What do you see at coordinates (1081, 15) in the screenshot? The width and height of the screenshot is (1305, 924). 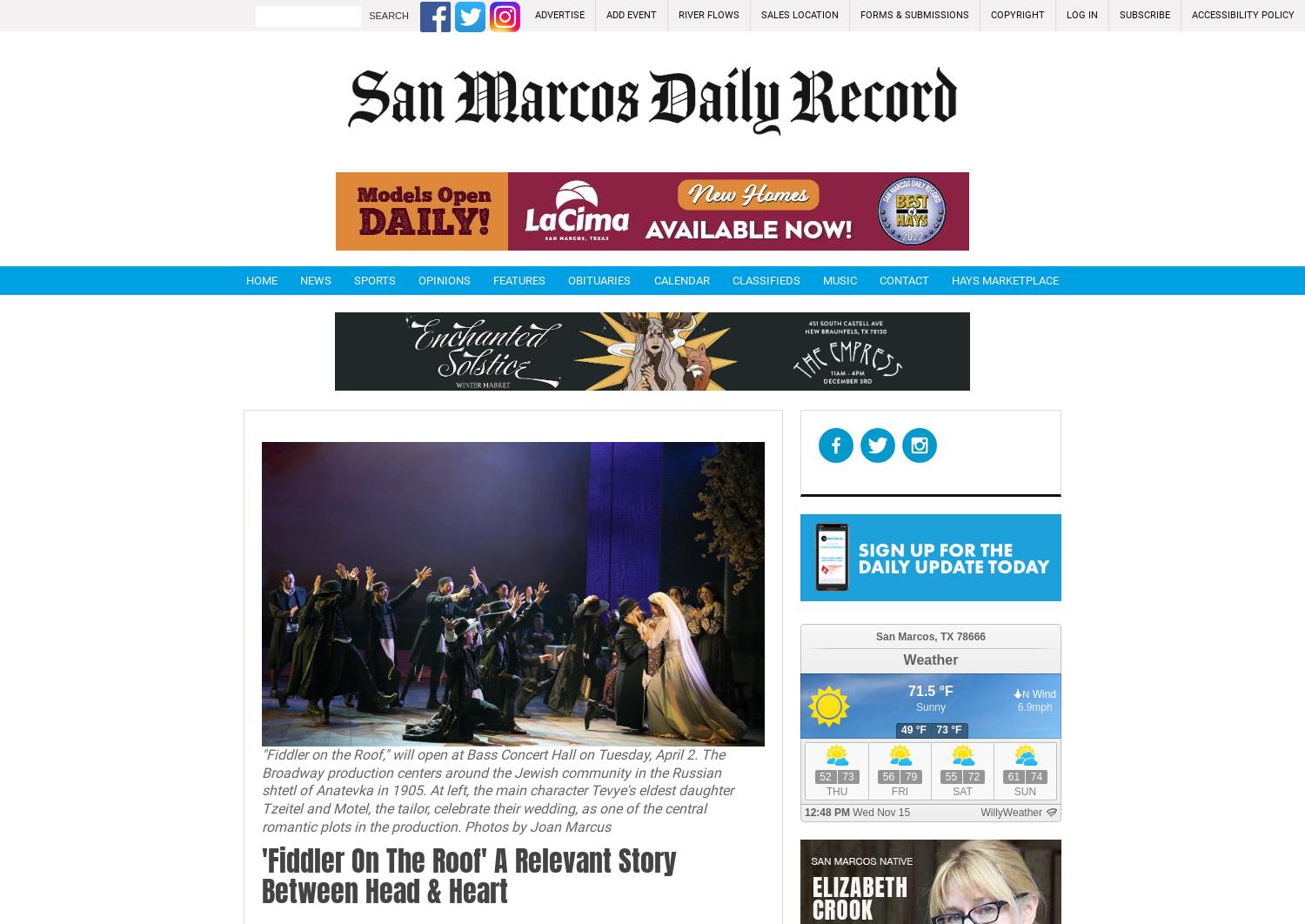 I see `'Log In'` at bounding box center [1081, 15].